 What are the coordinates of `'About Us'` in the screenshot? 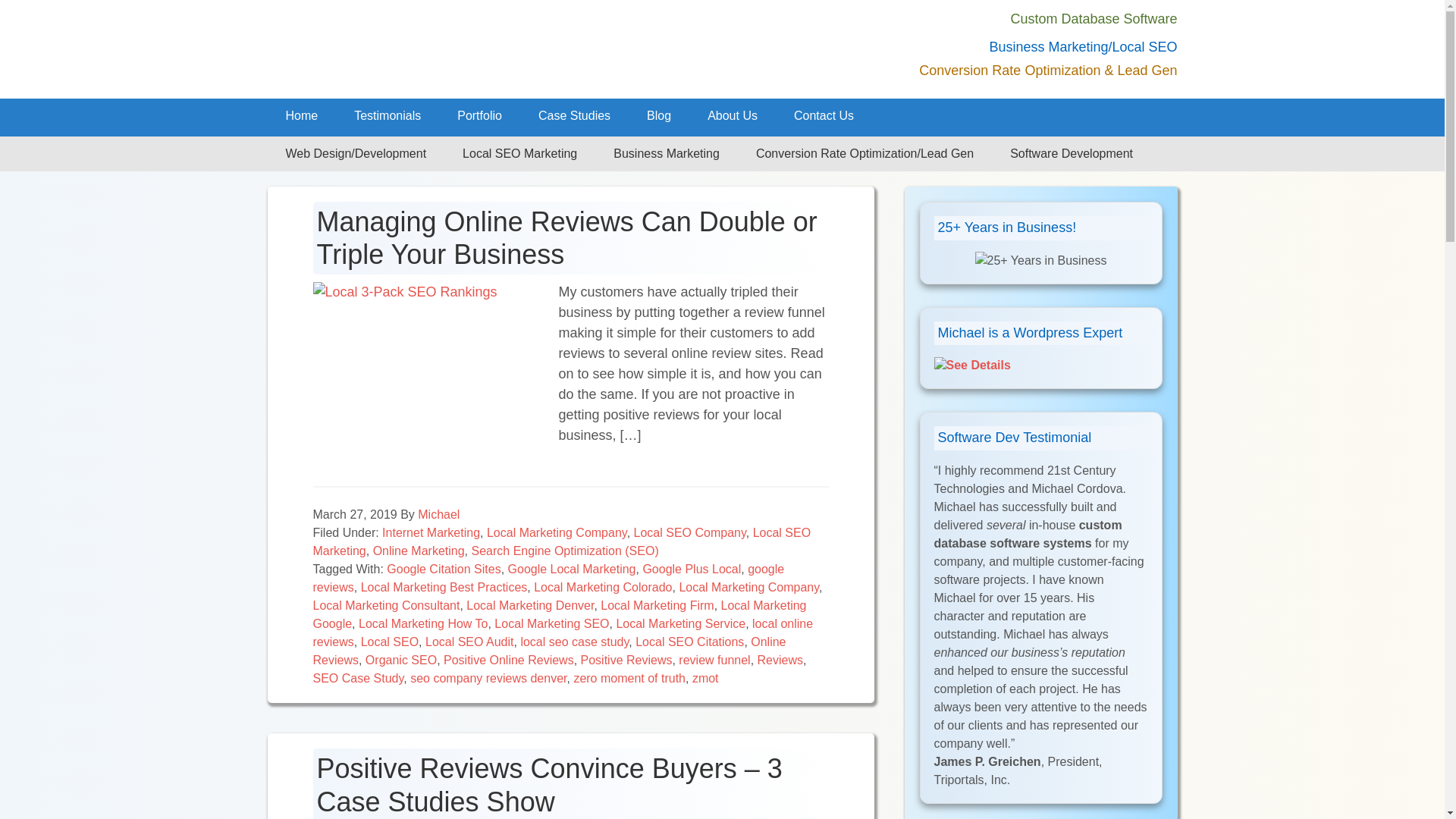 It's located at (732, 115).